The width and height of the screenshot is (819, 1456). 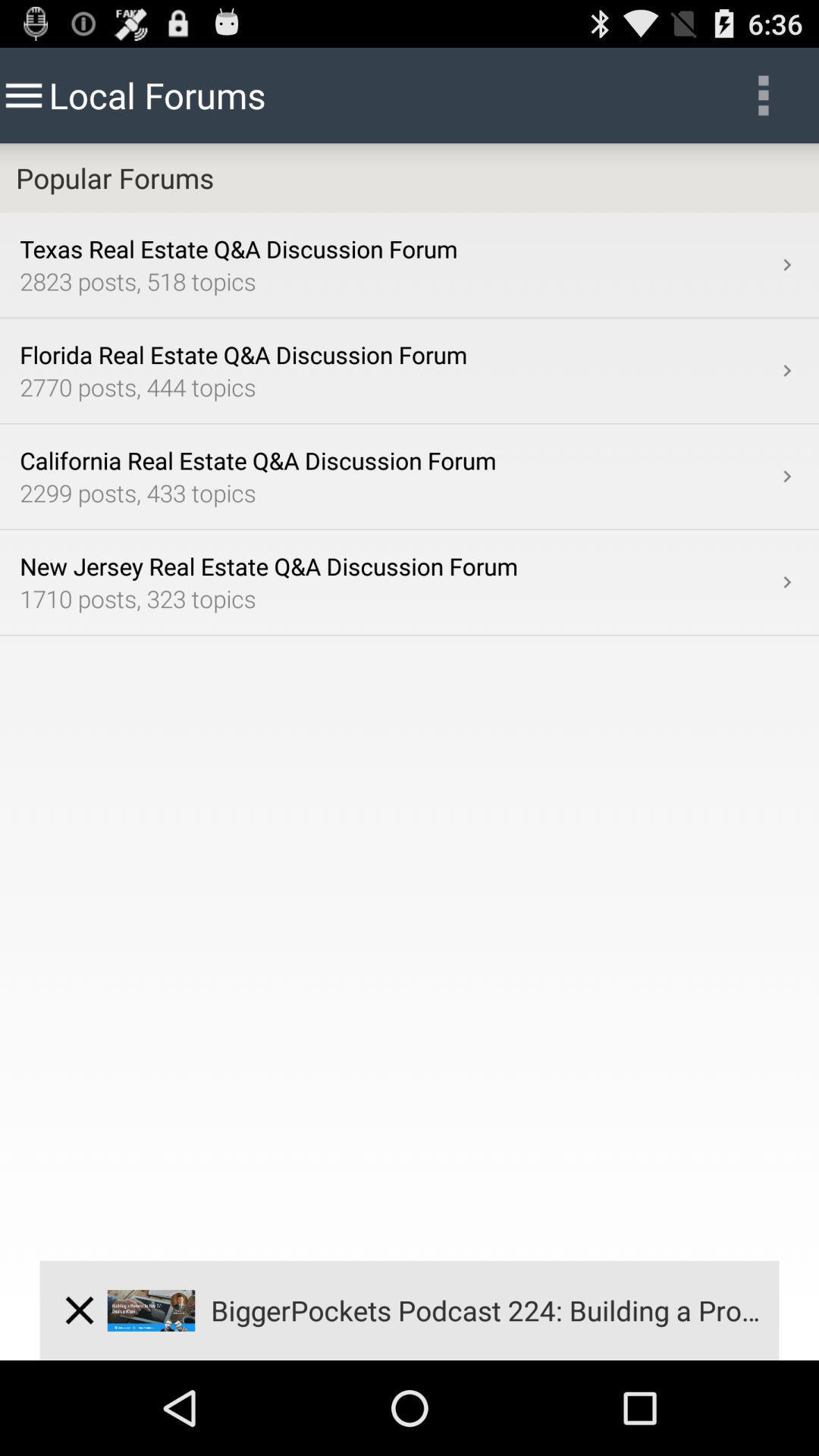 I want to click on 2823 posts 518 item, so click(x=397, y=281).